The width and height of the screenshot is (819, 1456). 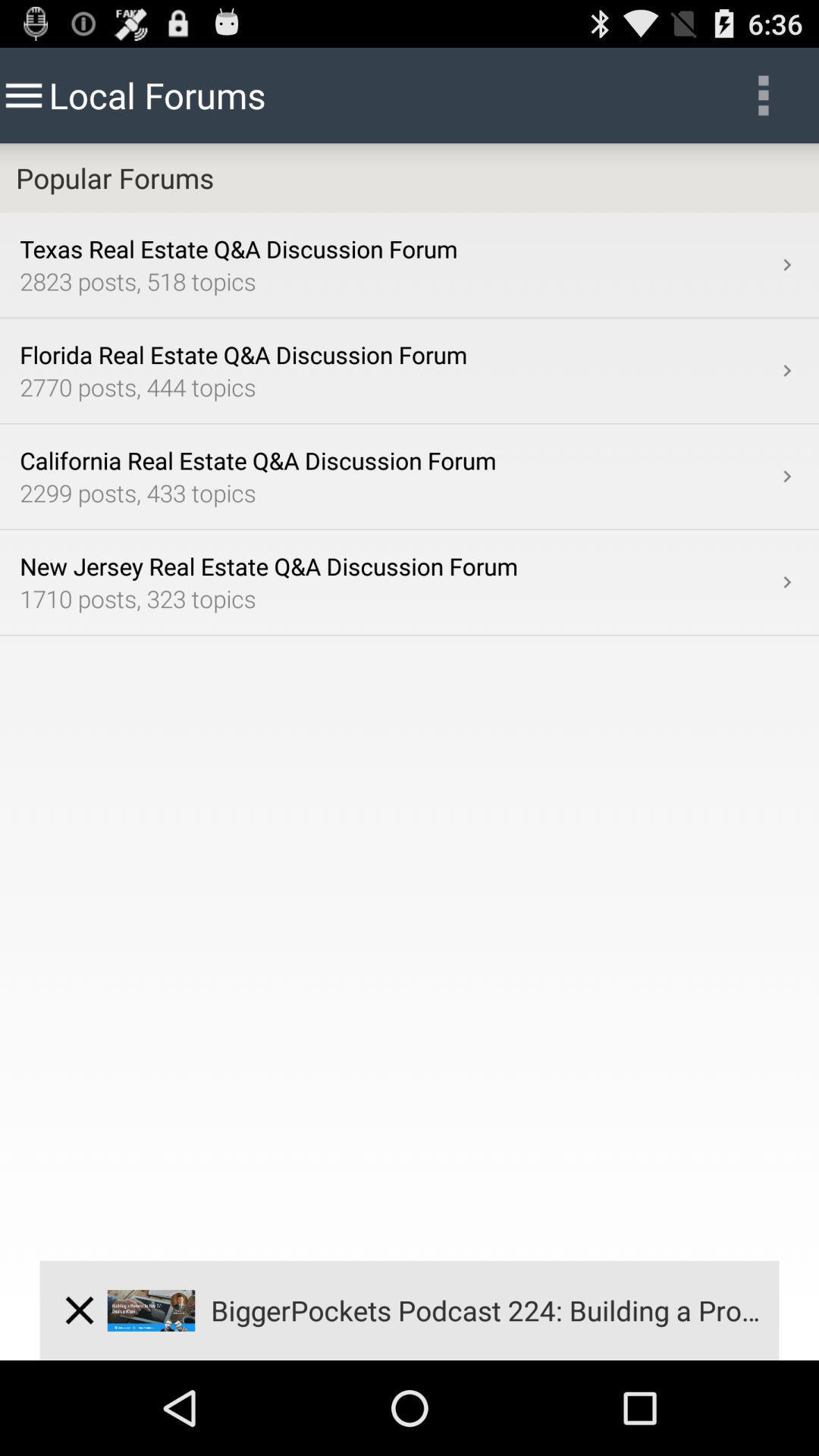 I want to click on 2823 posts 518 item, so click(x=397, y=281).